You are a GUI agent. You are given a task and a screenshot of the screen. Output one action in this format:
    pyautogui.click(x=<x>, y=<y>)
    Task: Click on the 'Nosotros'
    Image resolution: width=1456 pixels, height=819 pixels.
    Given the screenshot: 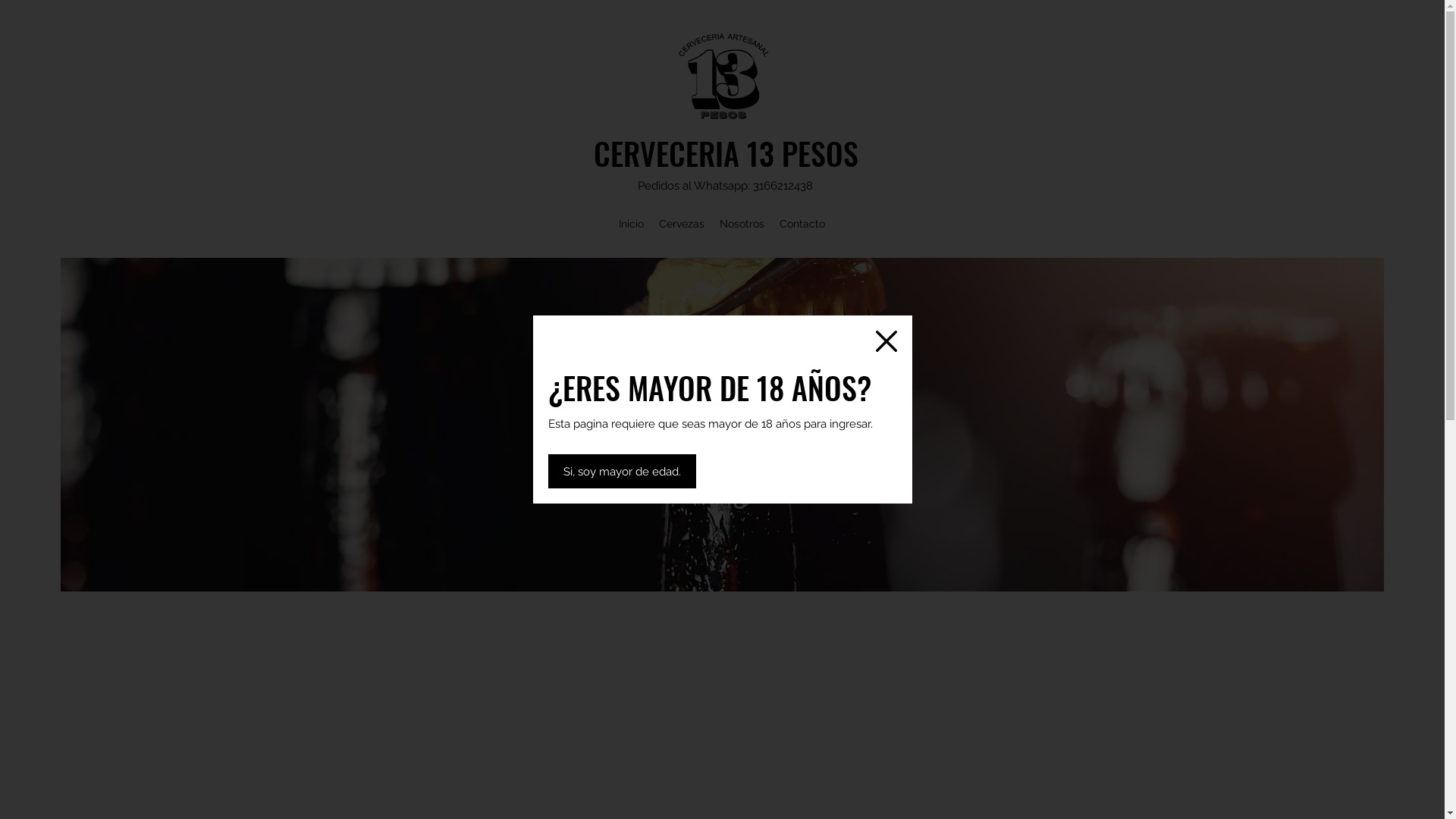 What is the action you would take?
    pyautogui.click(x=742, y=223)
    